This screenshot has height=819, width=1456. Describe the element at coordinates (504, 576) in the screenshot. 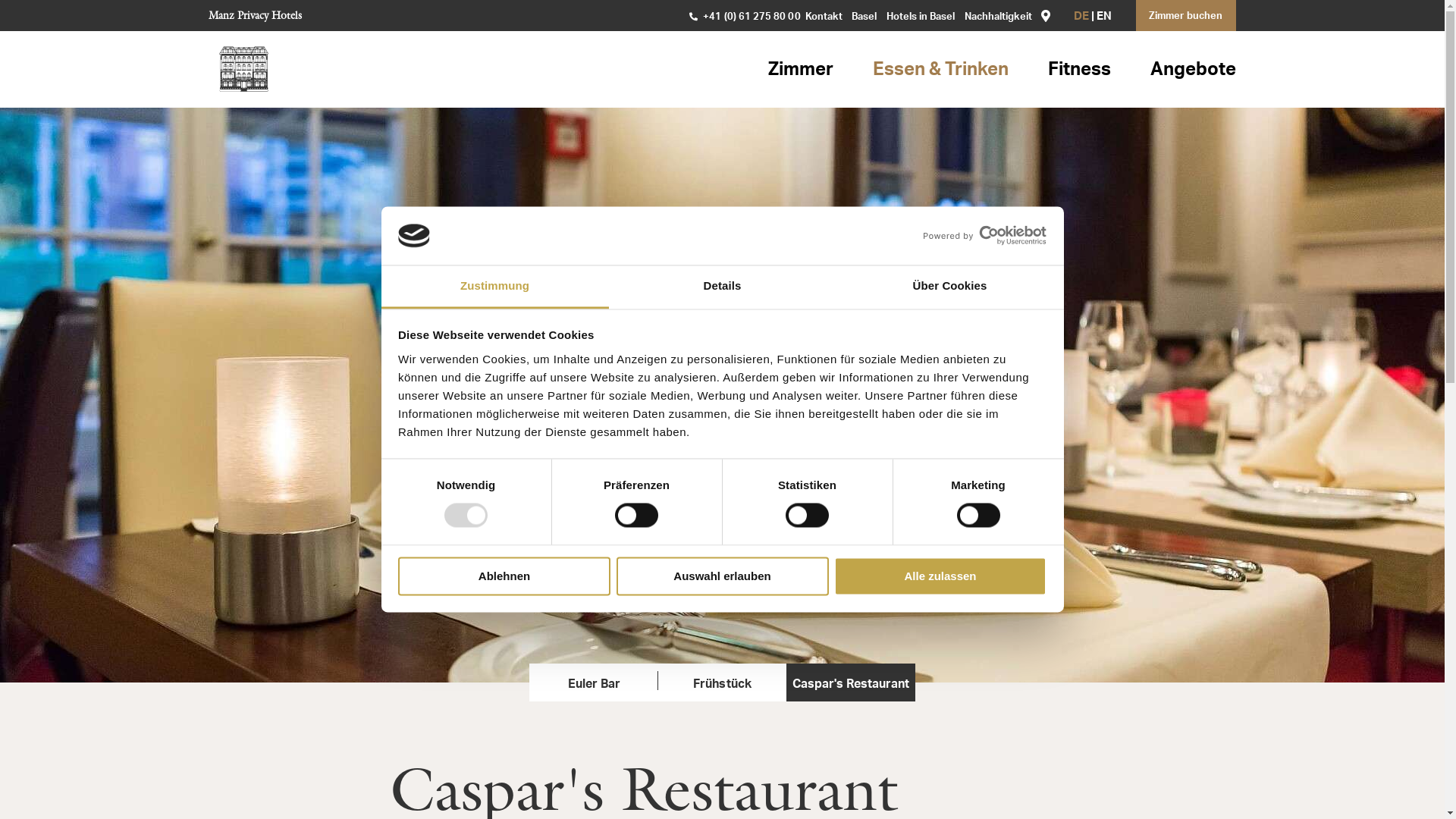

I see `'Ablehnen'` at that location.